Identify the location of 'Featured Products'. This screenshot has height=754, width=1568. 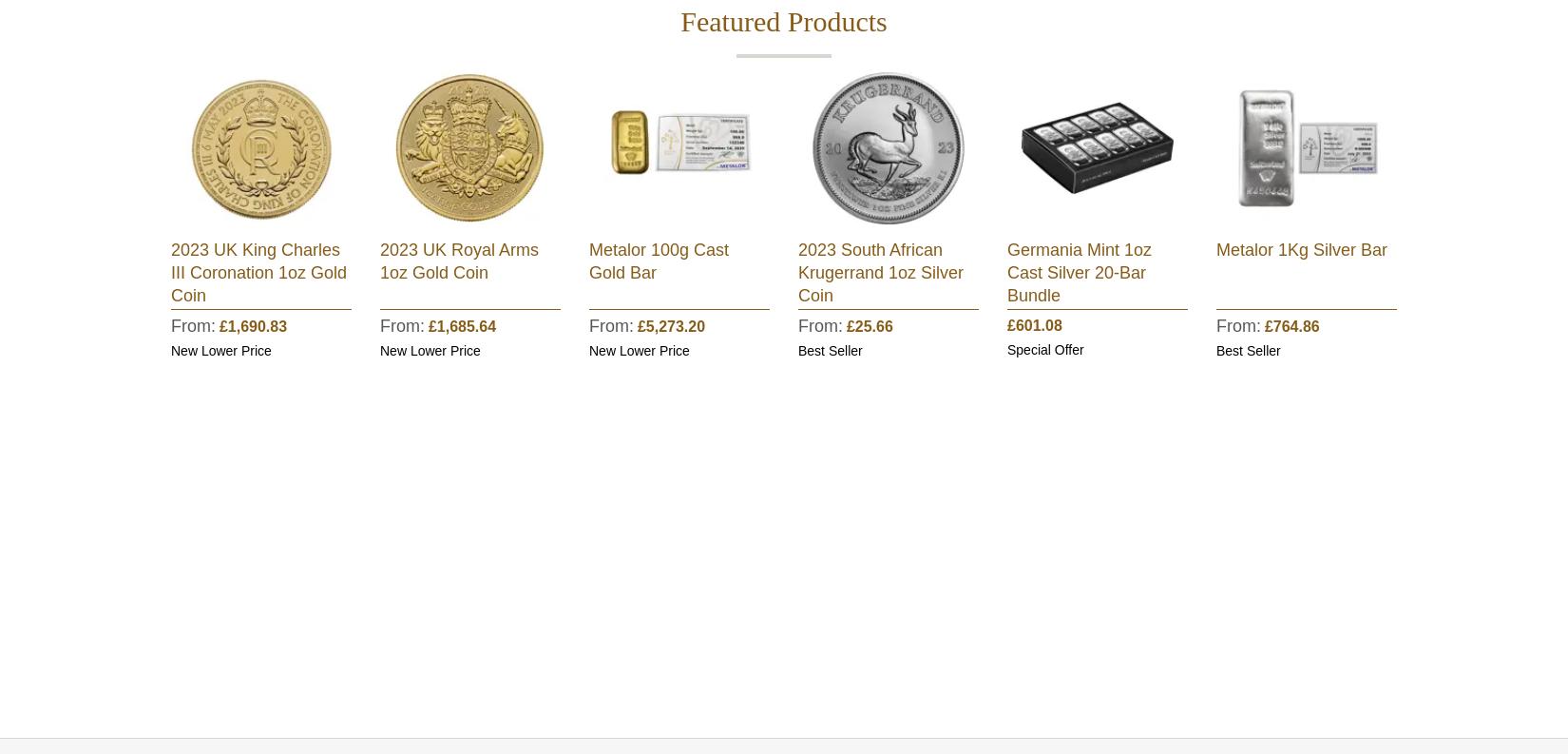
(782, 20).